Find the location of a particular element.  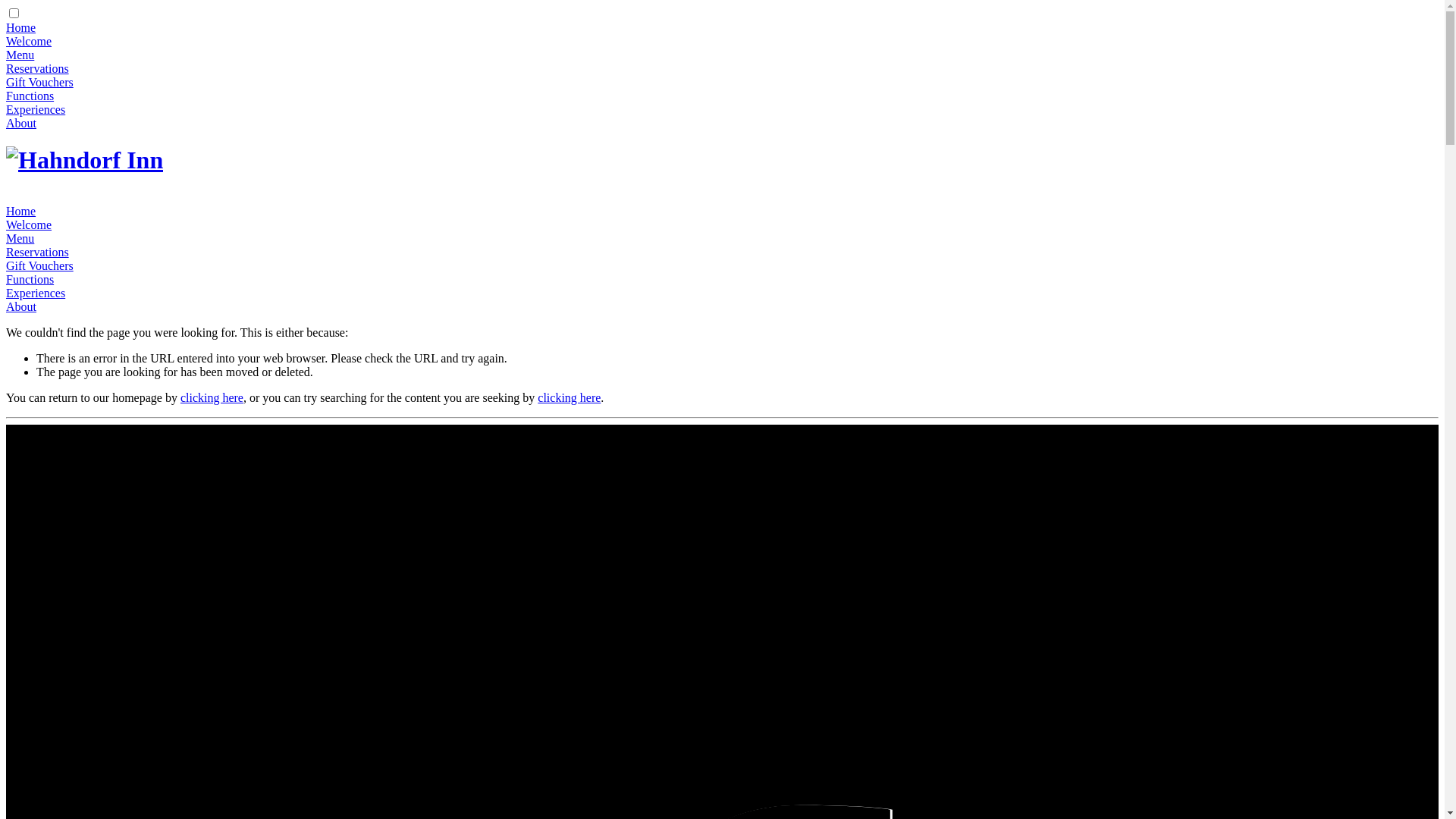

'Reservations' is located at coordinates (37, 68).